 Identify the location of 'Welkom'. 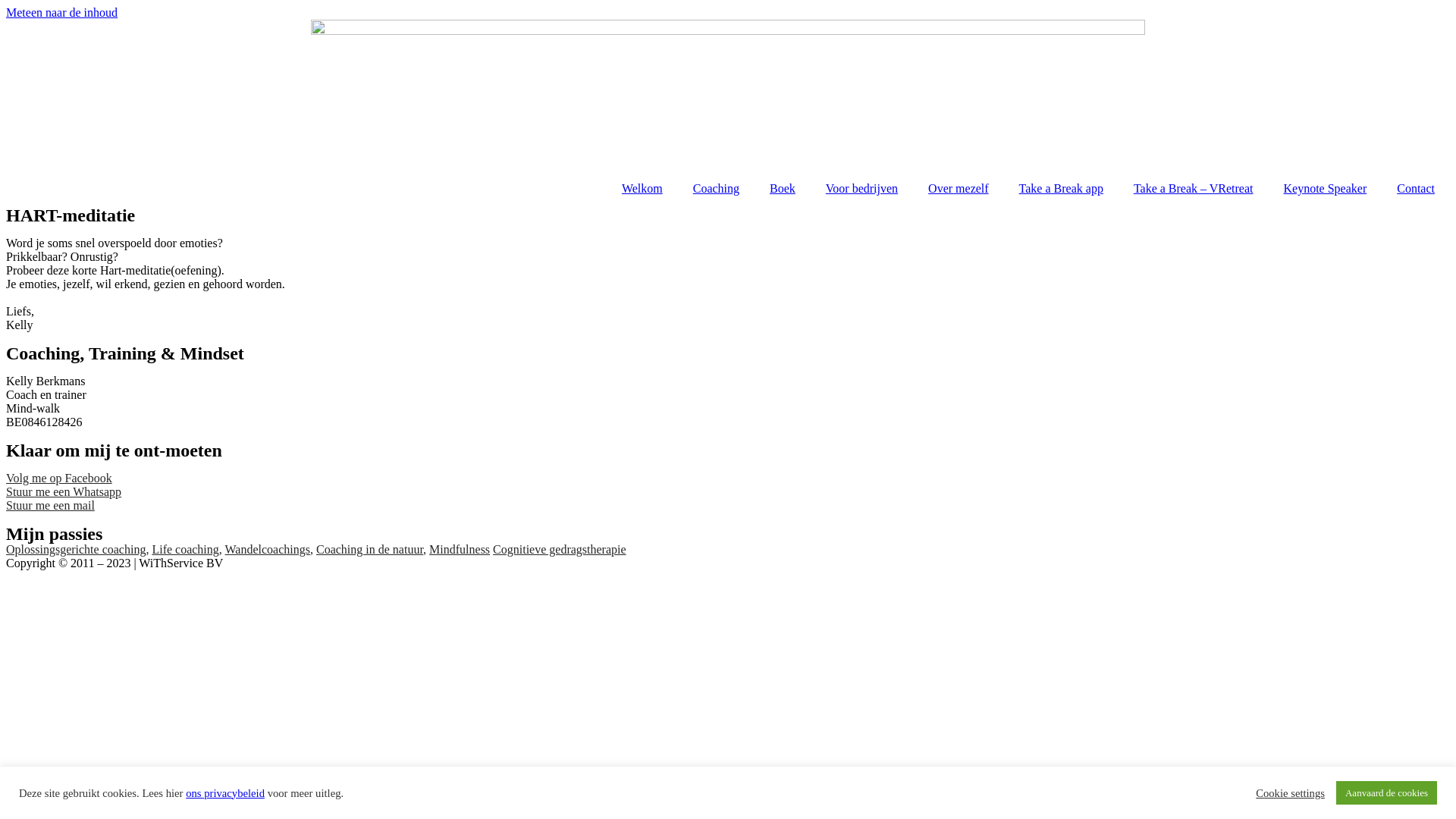
(642, 188).